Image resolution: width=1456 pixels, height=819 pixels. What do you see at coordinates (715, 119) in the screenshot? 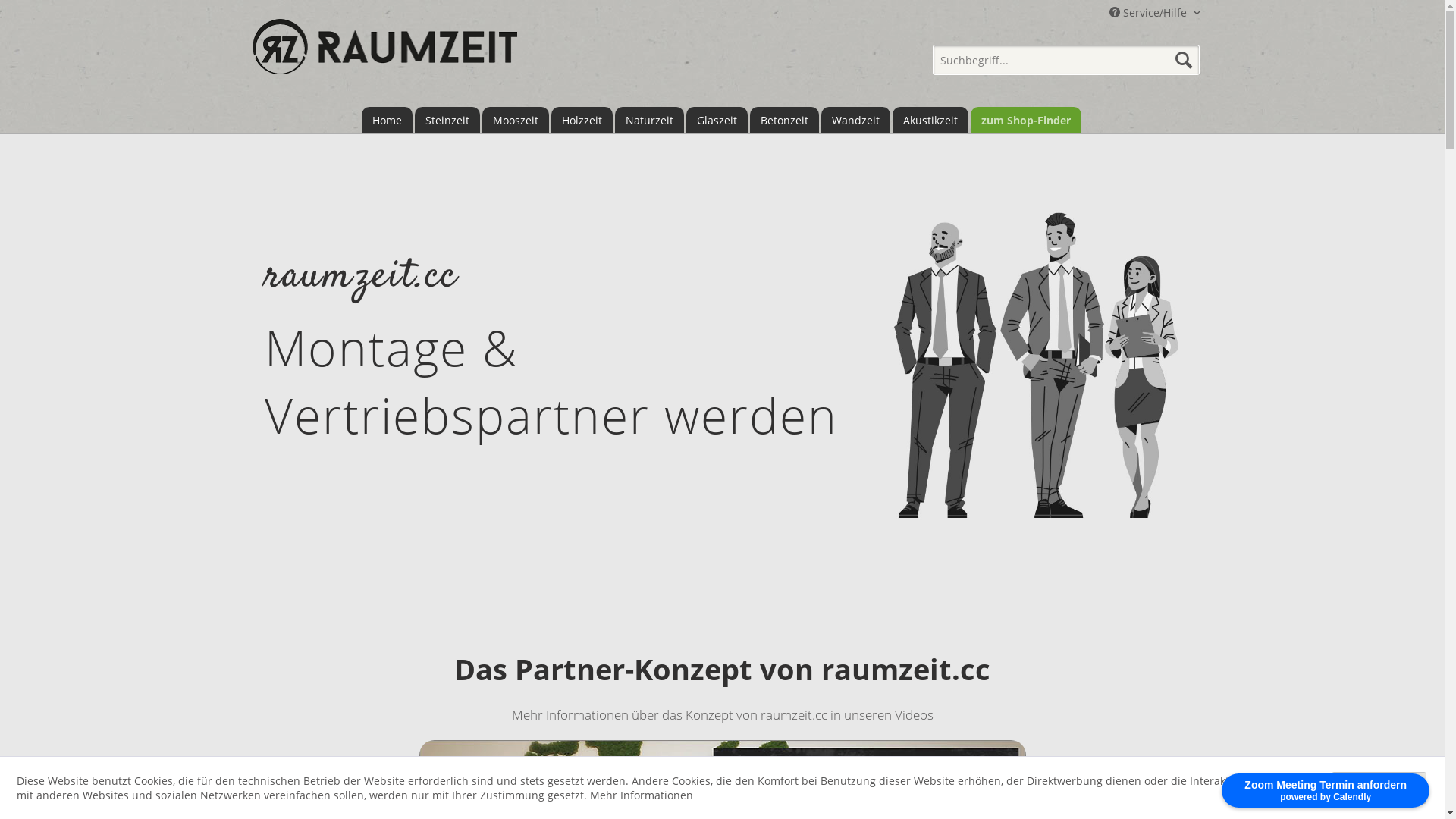
I see `'Glaszeit'` at bounding box center [715, 119].